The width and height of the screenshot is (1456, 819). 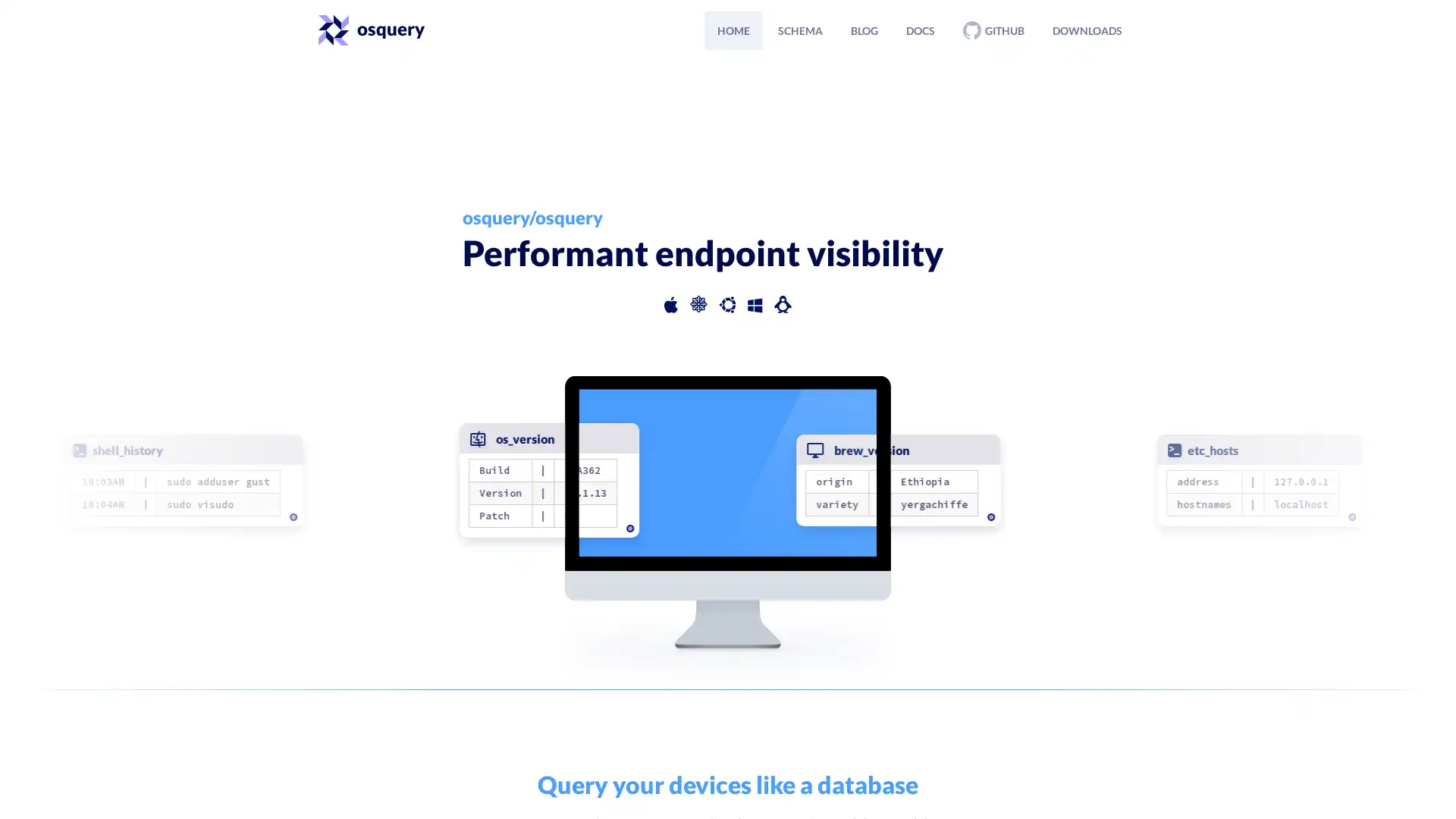 What do you see at coordinates (1087, 30) in the screenshot?
I see `DOWNLOADS` at bounding box center [1087, 30].